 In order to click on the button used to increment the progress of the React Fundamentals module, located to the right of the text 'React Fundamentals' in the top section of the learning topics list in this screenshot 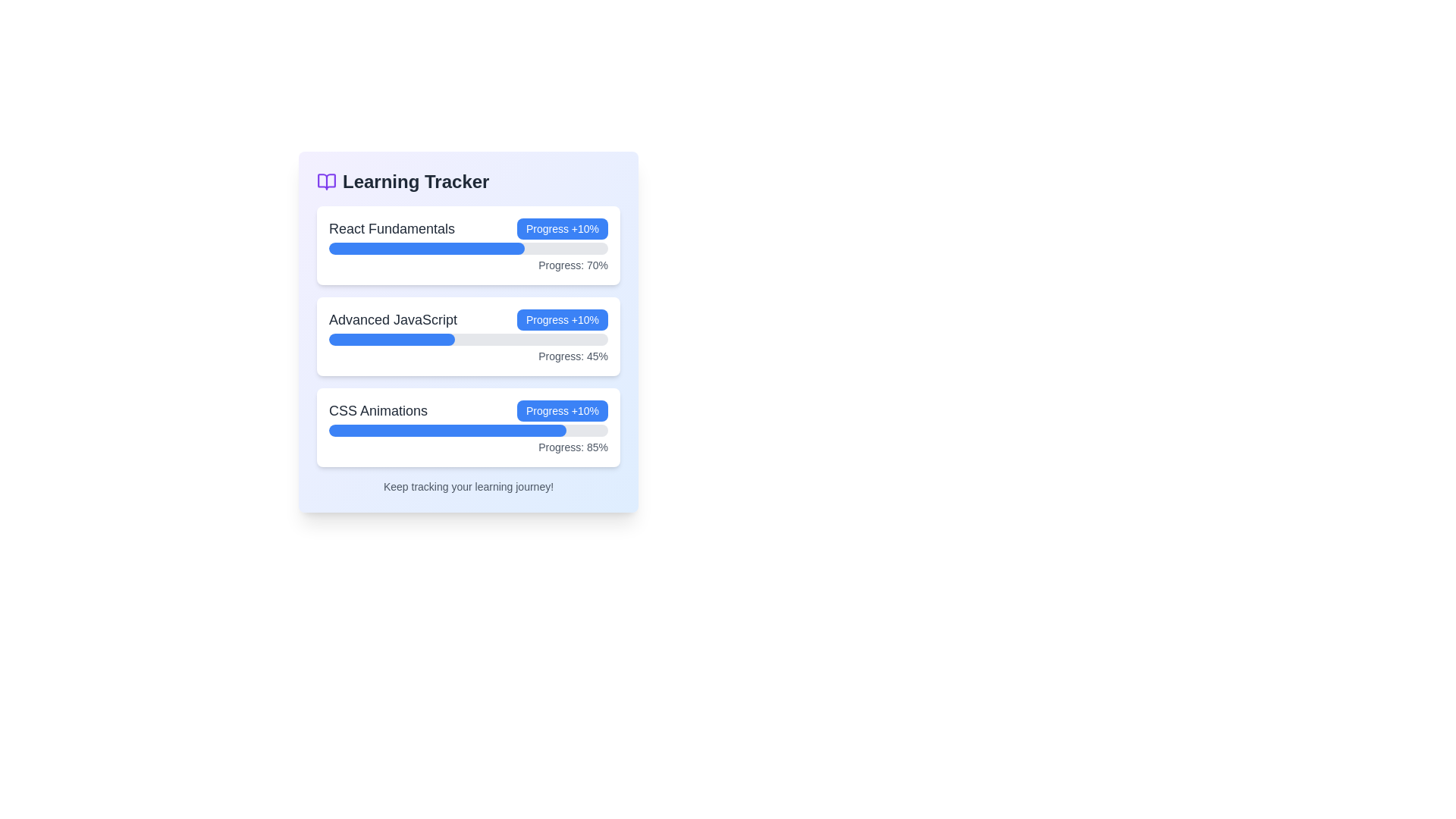, I will do `click(561, 228)`.